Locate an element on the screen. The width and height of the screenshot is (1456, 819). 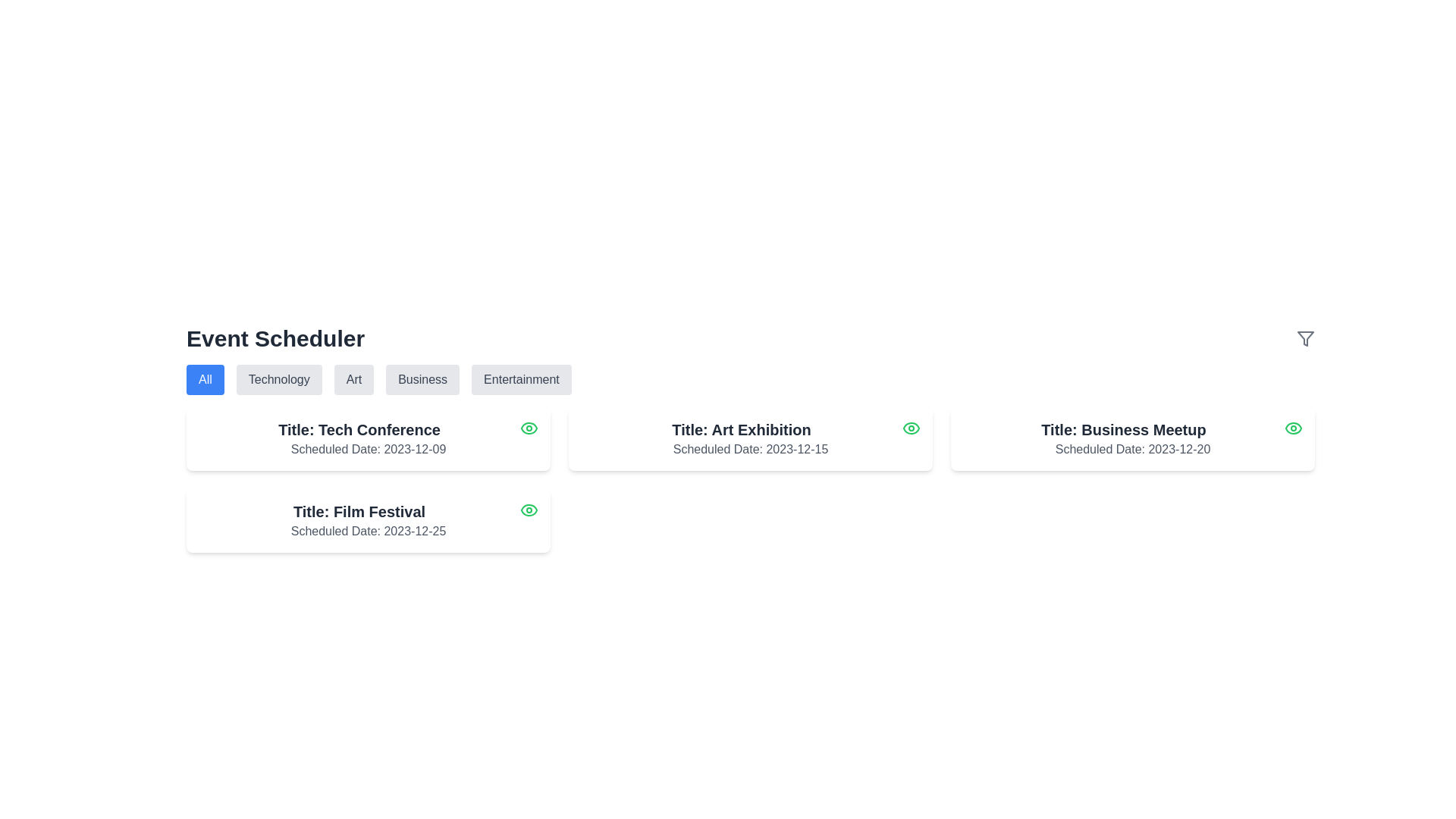
the 'All' button, which is a rectangular button with rounded corners, labeled in white text against a solid blue background, located in the first position of a horizontal row of category buttons under 'Event Scheduler.' is located at coordinates (204, 379).